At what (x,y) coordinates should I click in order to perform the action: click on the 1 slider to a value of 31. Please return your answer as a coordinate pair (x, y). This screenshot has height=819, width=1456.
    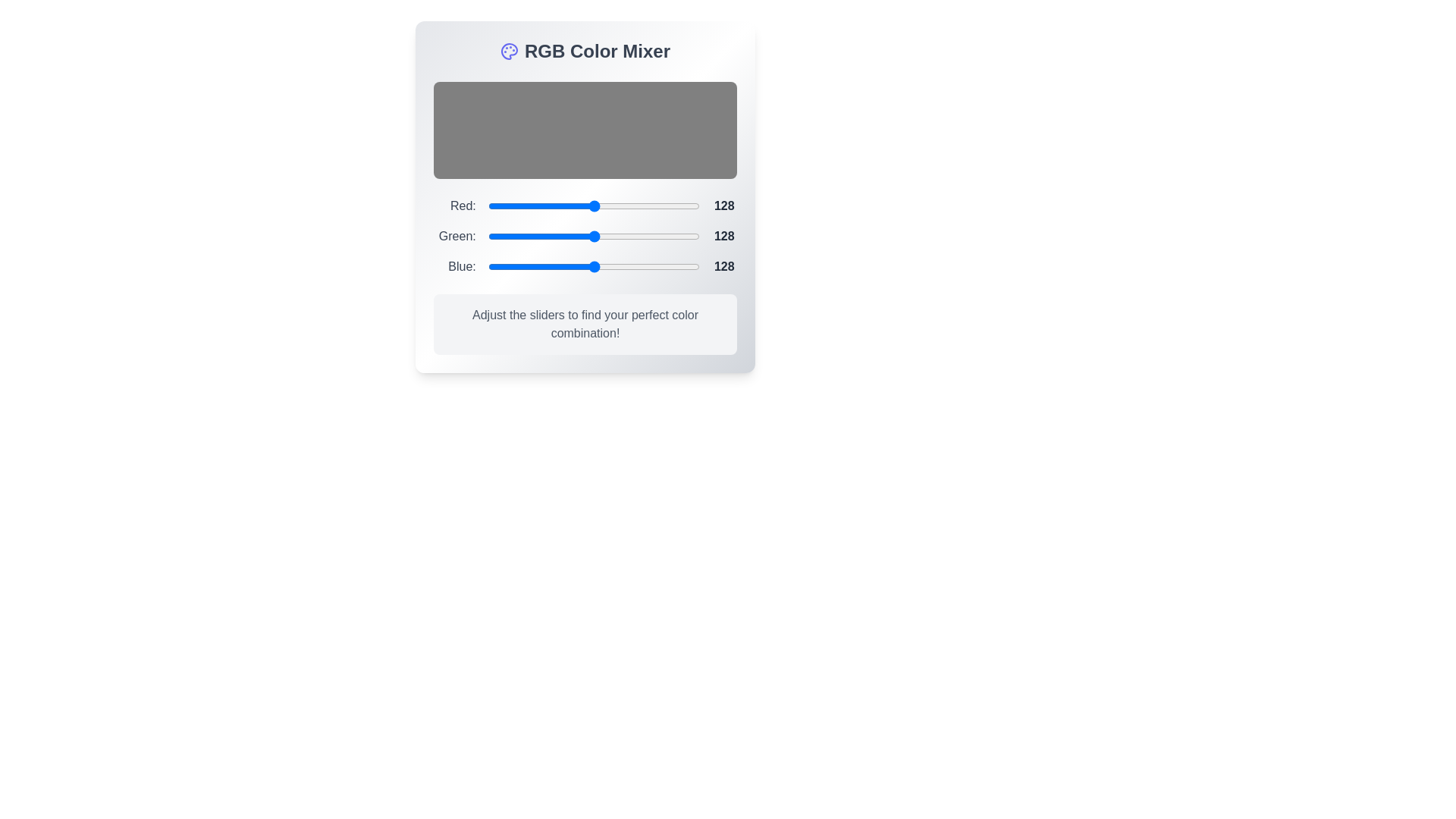
    Looking at the image, I should click on (607, 237).